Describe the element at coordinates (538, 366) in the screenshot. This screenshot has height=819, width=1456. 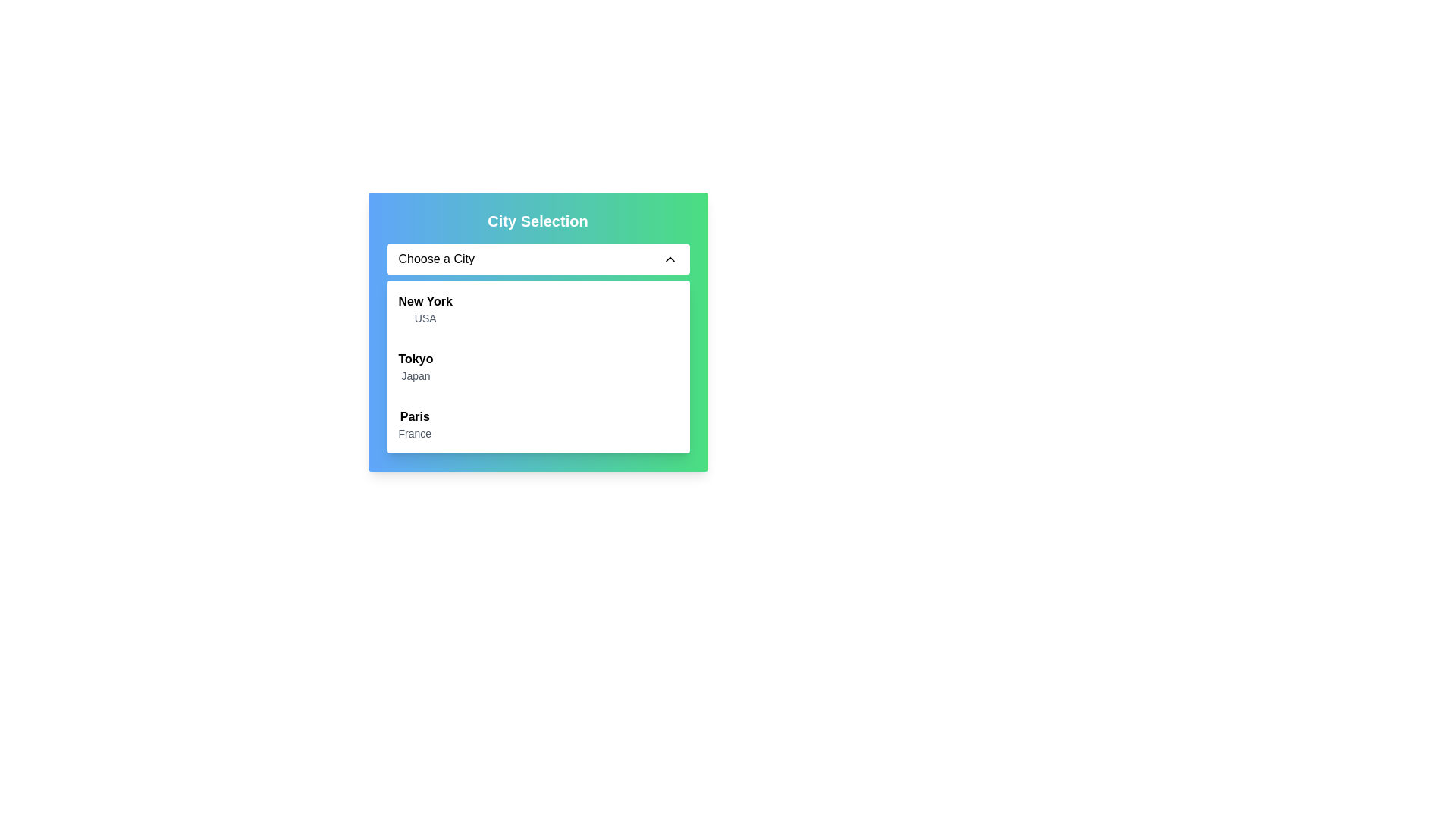
I see `the clickable list item representing the option to select 'Tokyo, Japan' from the dropdown menu` at that location.